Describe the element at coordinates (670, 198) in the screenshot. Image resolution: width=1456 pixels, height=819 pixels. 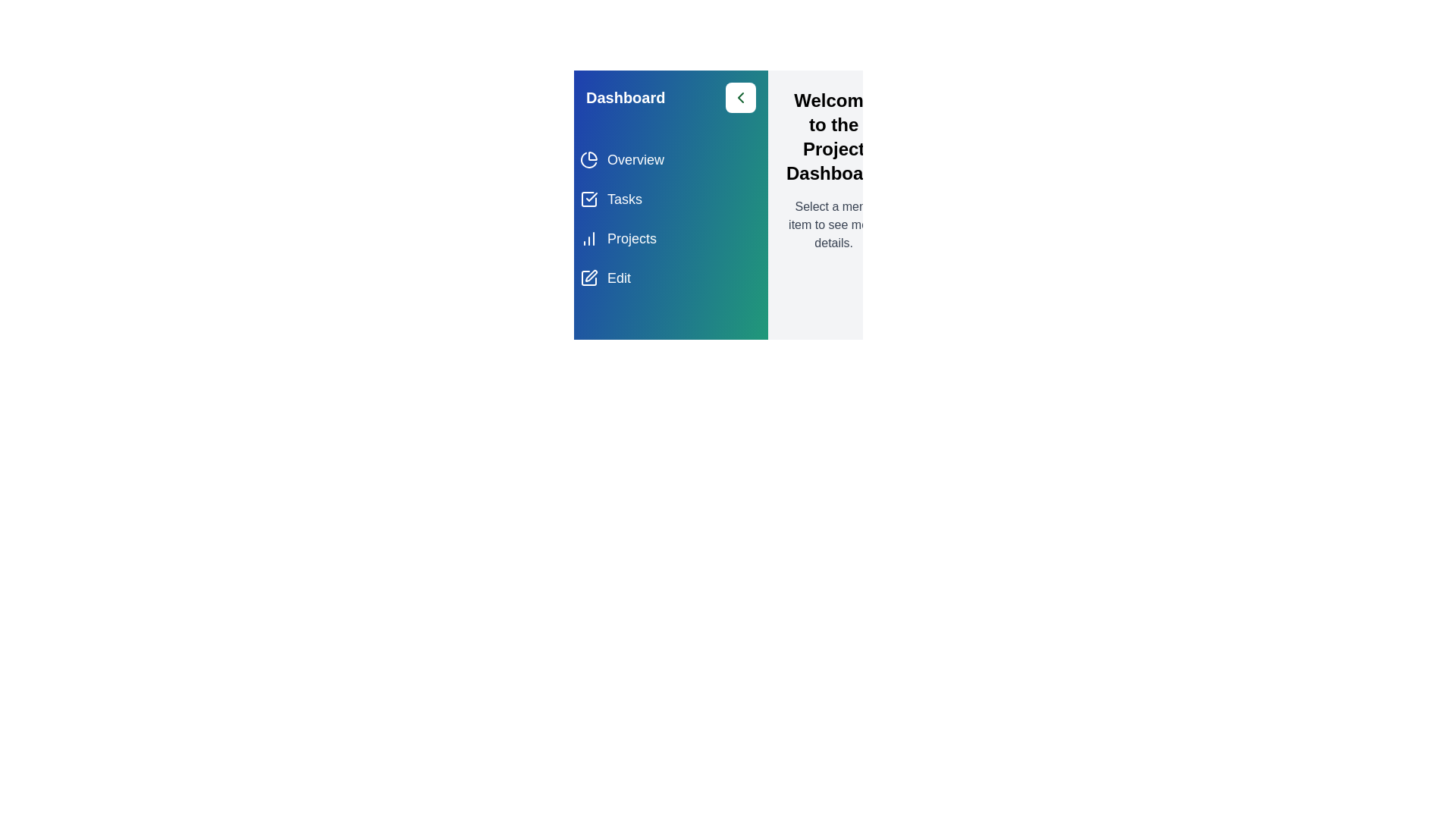
I see `the menu item Tasks to observe the hover effect` at that location.